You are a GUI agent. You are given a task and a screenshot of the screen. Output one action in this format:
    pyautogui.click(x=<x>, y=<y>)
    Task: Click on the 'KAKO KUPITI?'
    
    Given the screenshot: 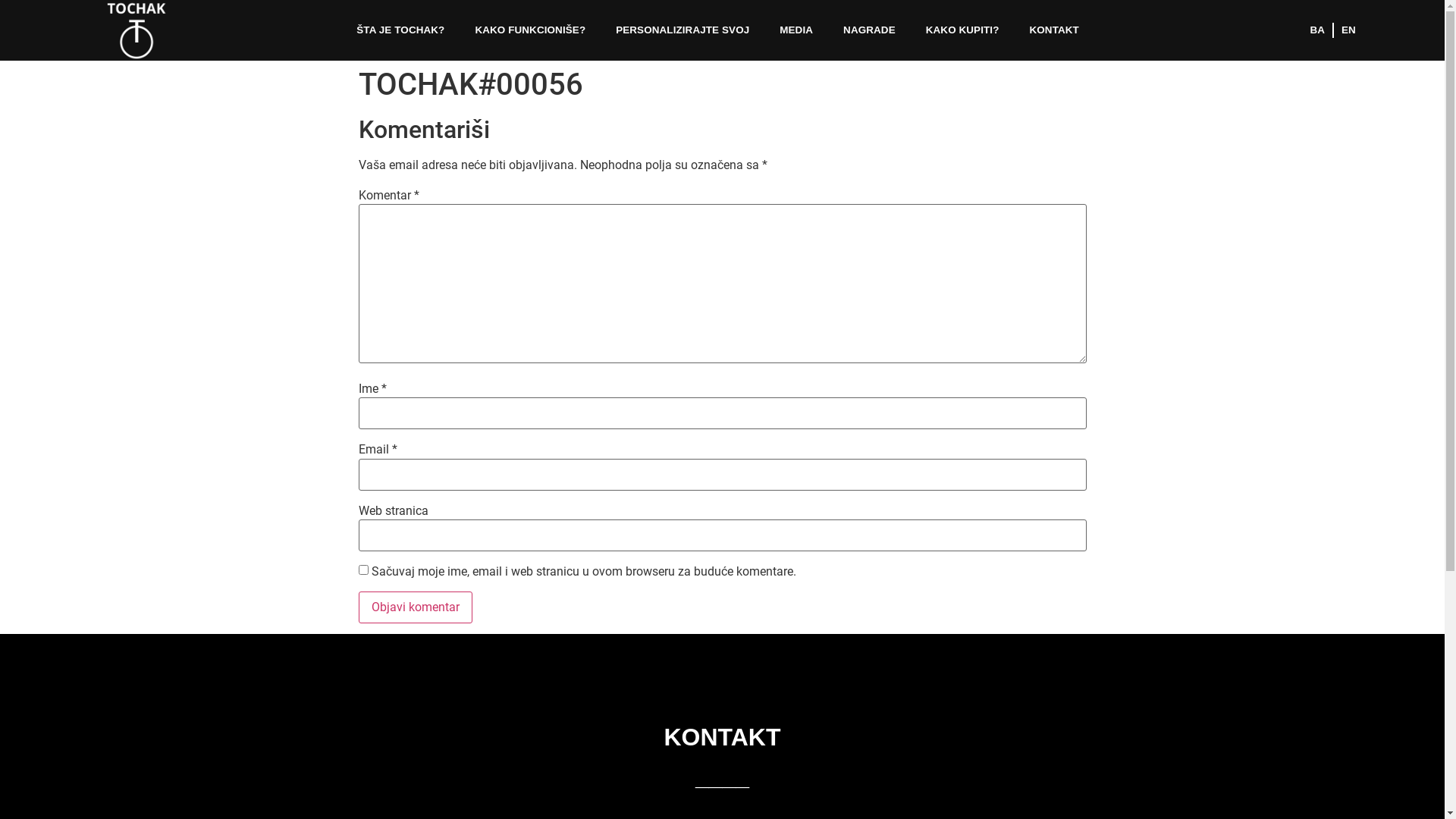 What is the action you would take?
    pyautogui.click(x=962, y=30)
    